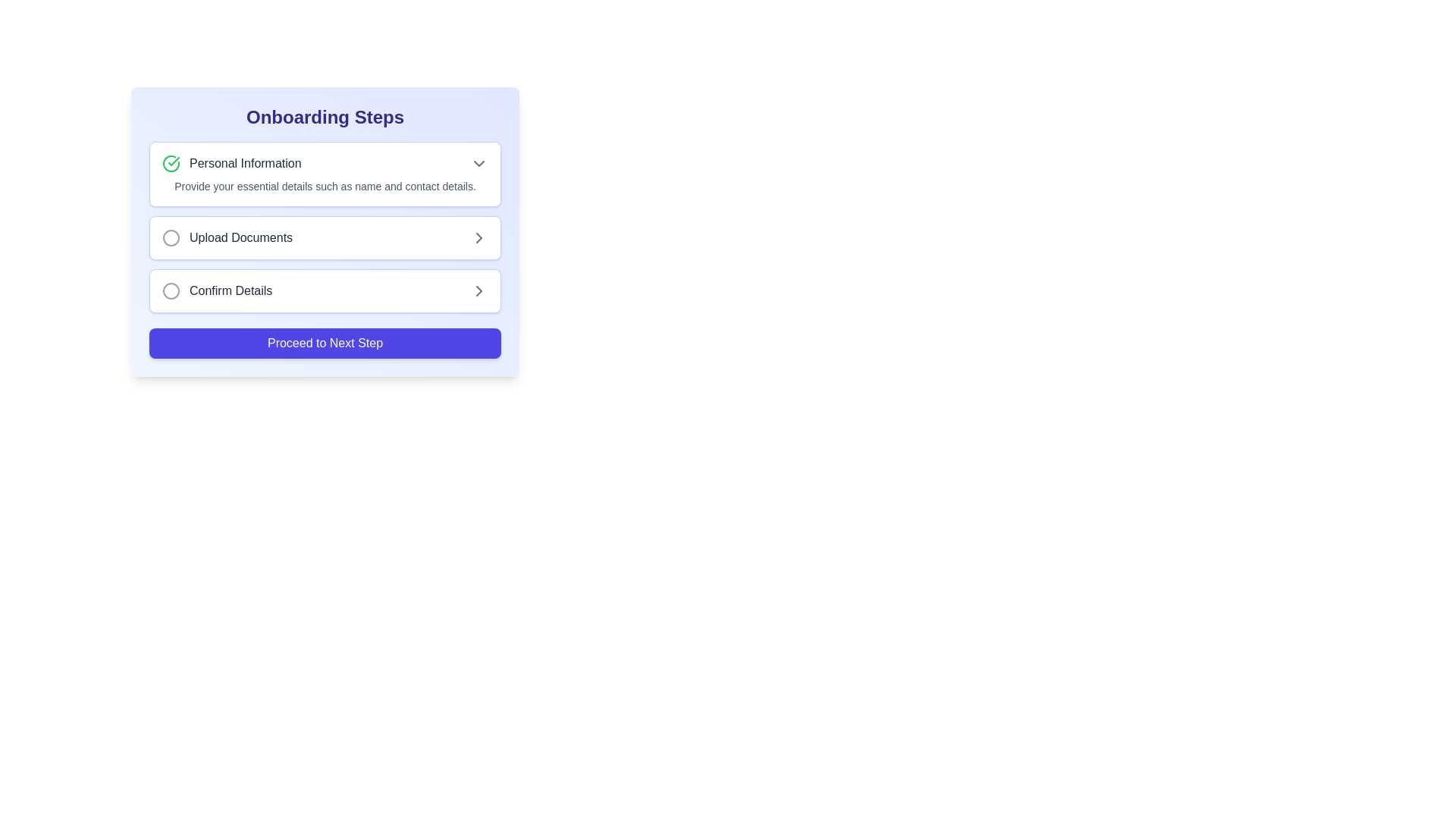 The height and width of the screenshot is (819, 1456). I want to click on the 'Confirm Details' list item in the vertical navigation, so click(324, 291).